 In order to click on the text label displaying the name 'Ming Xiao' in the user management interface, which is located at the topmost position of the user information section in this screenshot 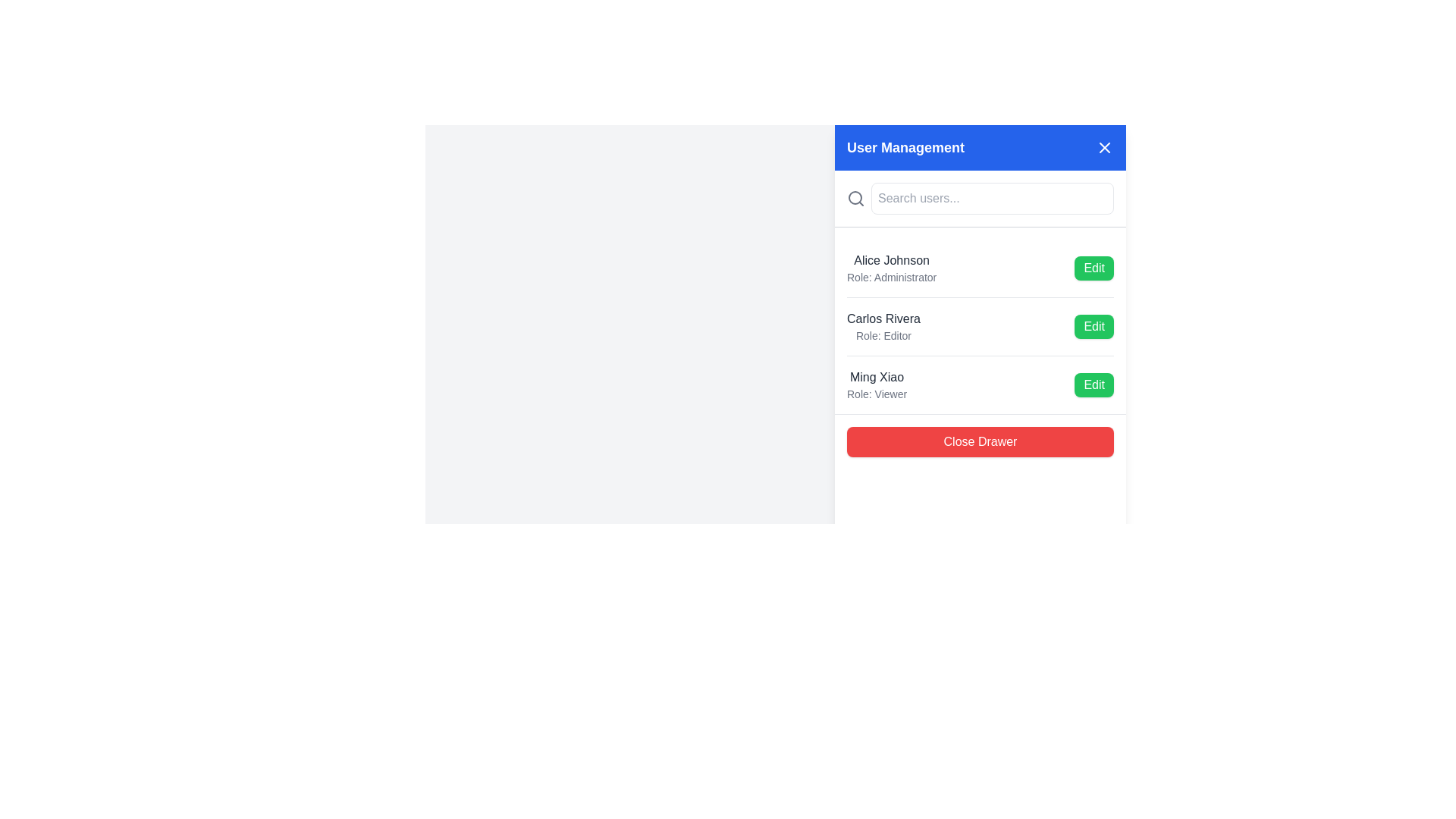, I will do `click(877, 376)`.